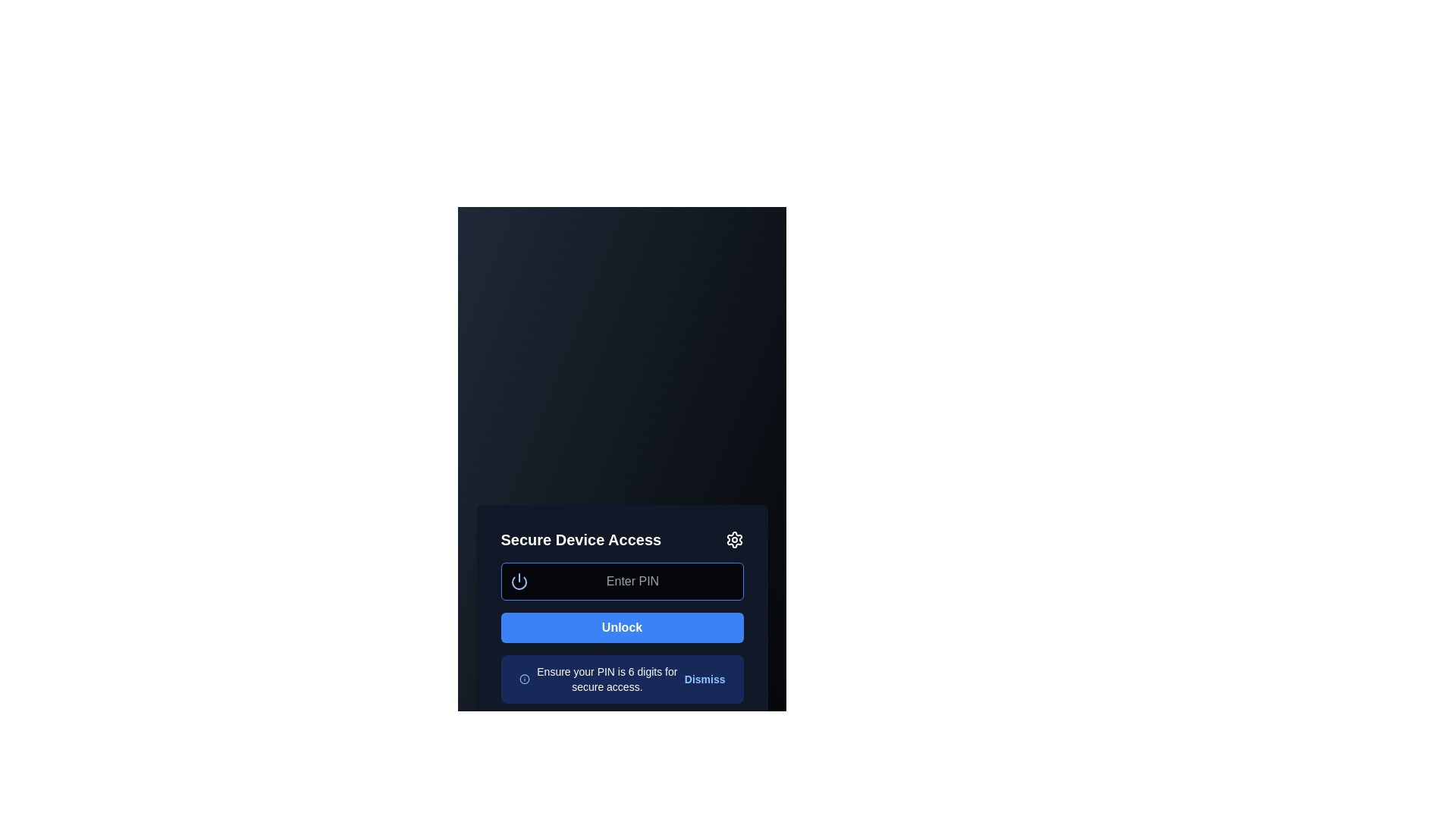 The width and height of the screenshot is (1456, 819). I want to click on the information indicator icon located on the left side of the notification bar that contains the message 'Ensure your PIN is 6 digits for secure access.', so click(524, 678).